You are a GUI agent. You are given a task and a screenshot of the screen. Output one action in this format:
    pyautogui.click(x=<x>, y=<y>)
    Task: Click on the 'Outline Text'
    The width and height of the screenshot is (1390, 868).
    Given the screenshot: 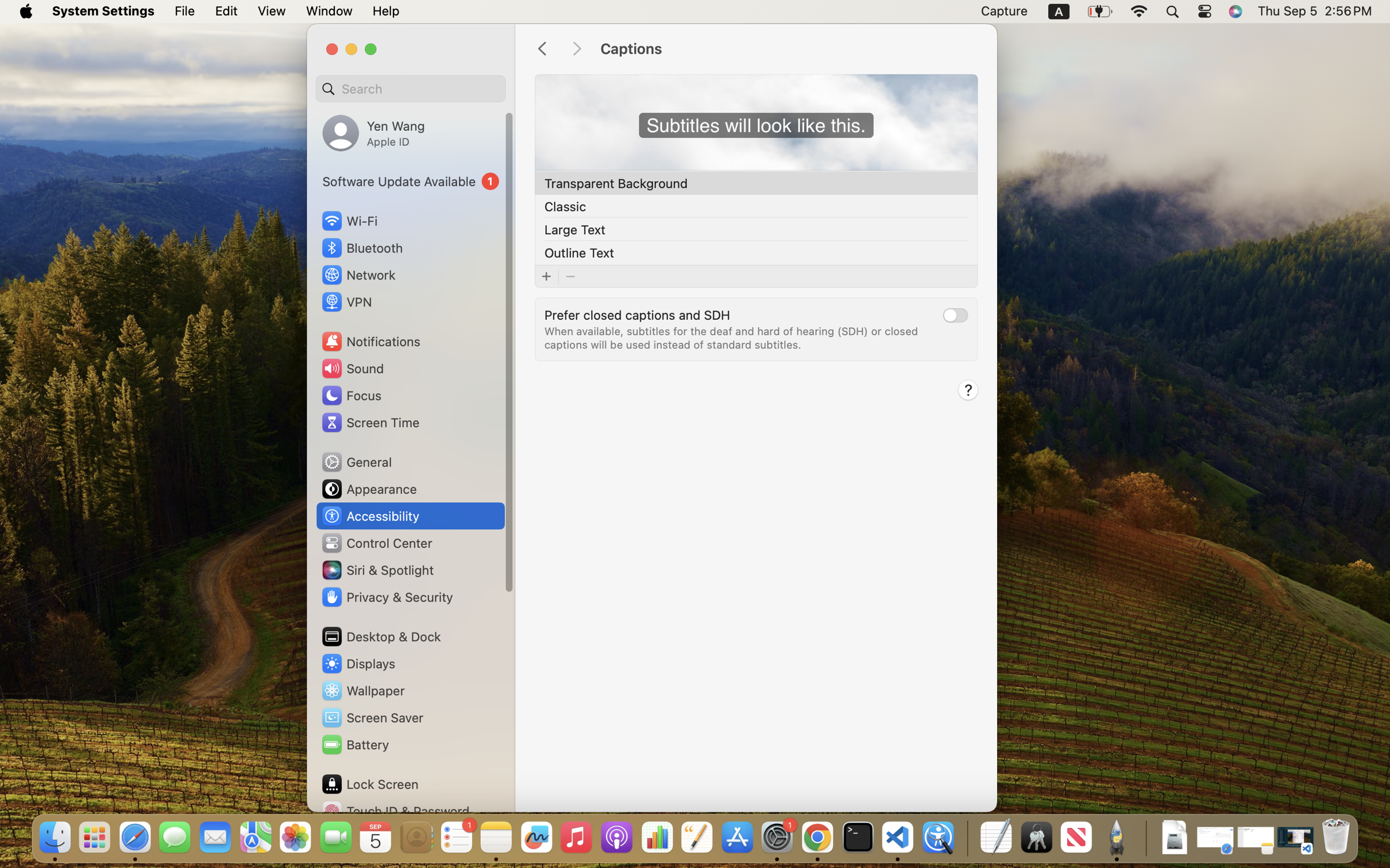 What is the action you would take?
    pyautogui.click(x=578, y=251)
    